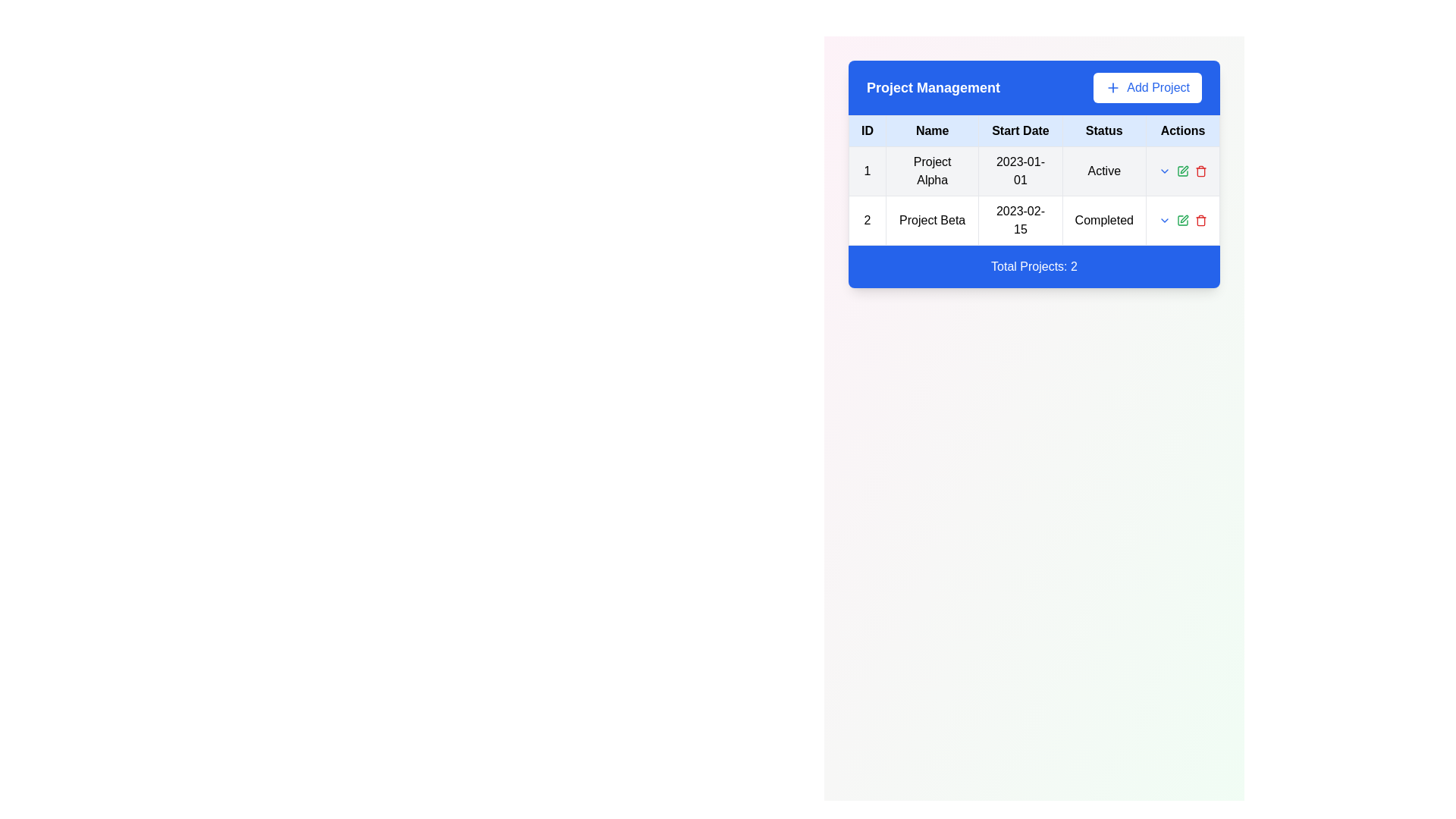  Describe the element at coordinates (1020, 130) in the screenshot. I see `text of the 'Start Date' column header, which is the third column header in the table, positioned between the 'Name' and 'Status' headers` at that location.